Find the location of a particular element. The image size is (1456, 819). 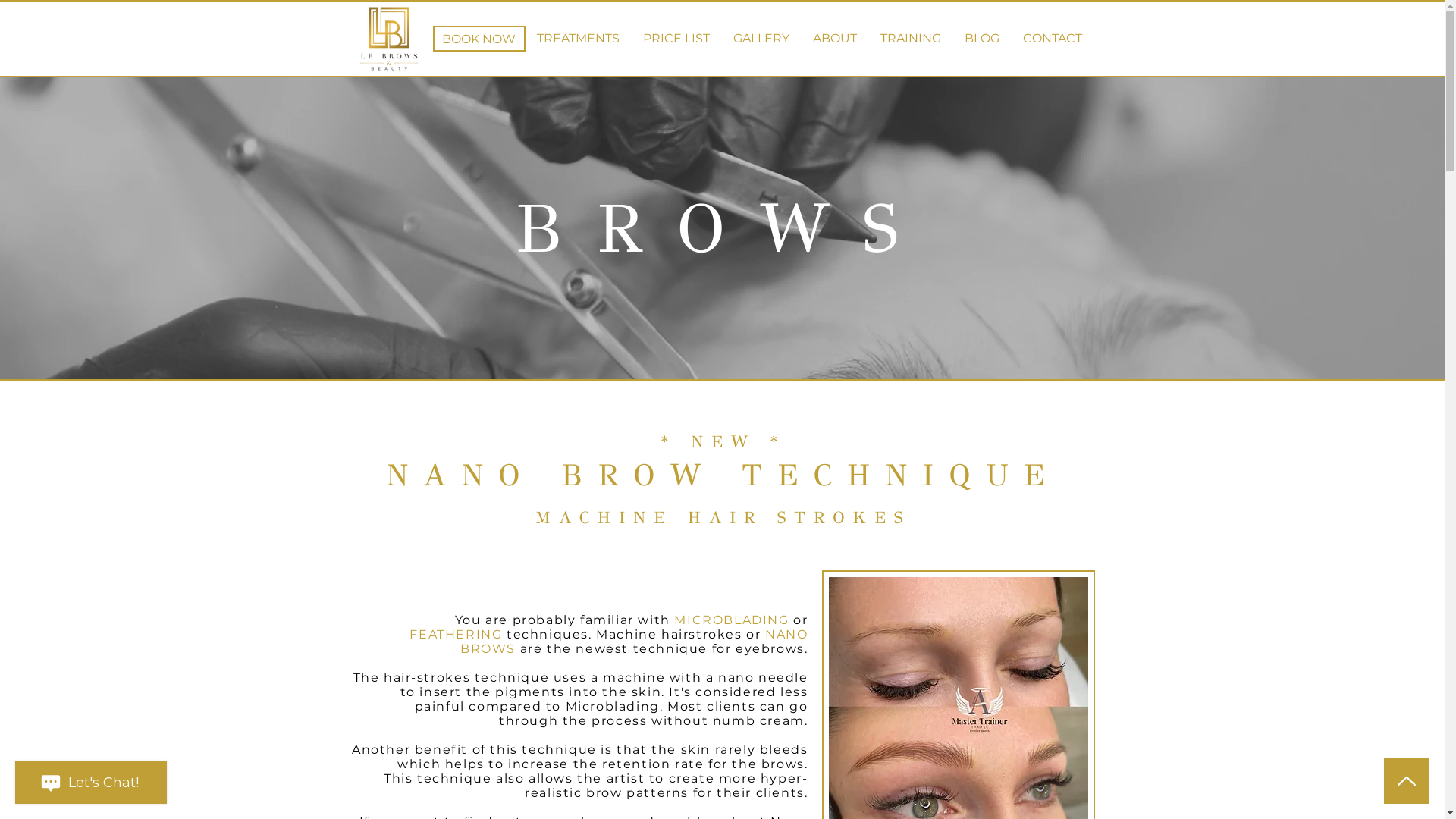

'TRAINING' is located at coordinates (910, 37).